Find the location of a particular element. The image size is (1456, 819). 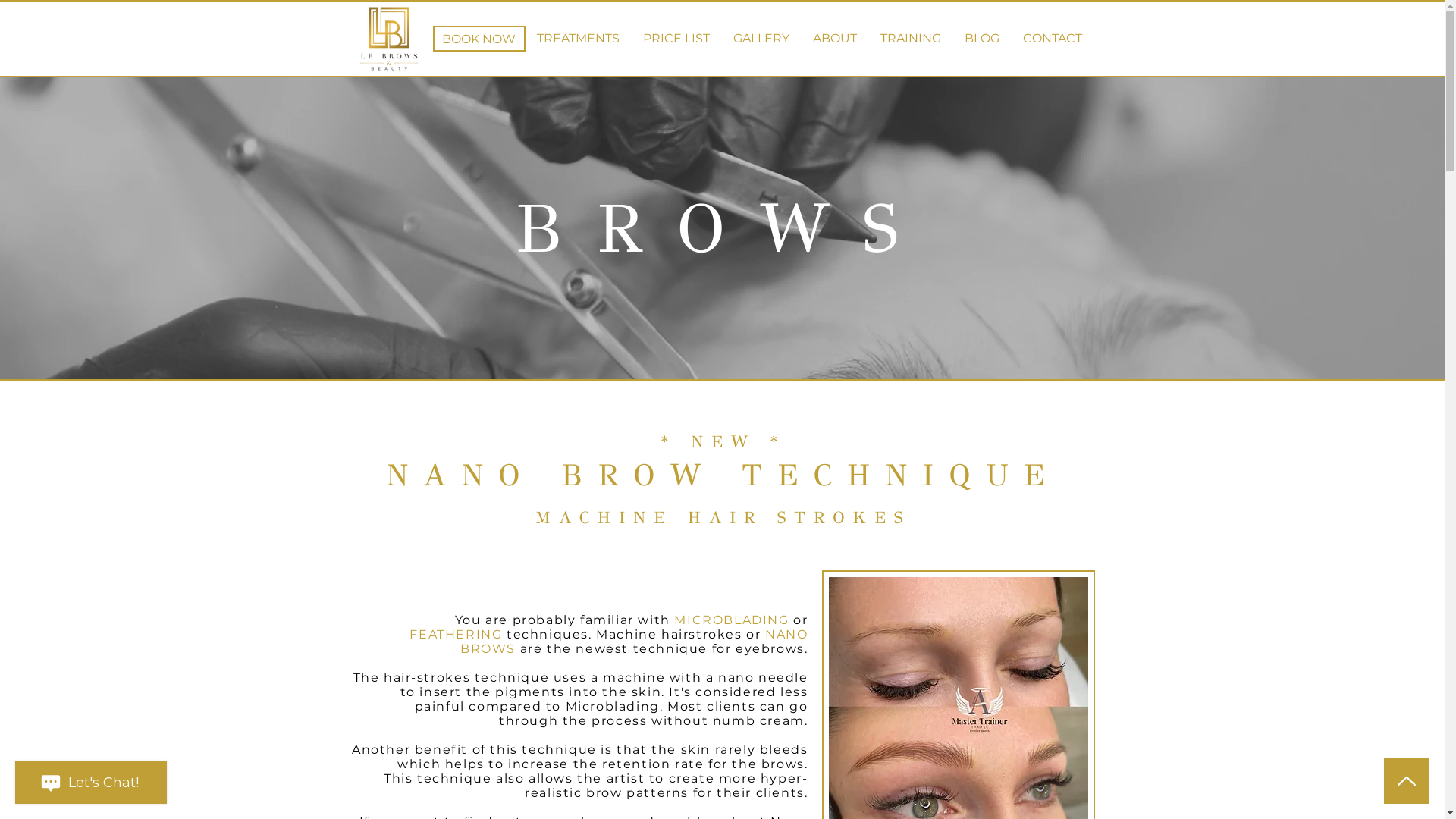

'TRAINING' is located at coordinates (910, 37).